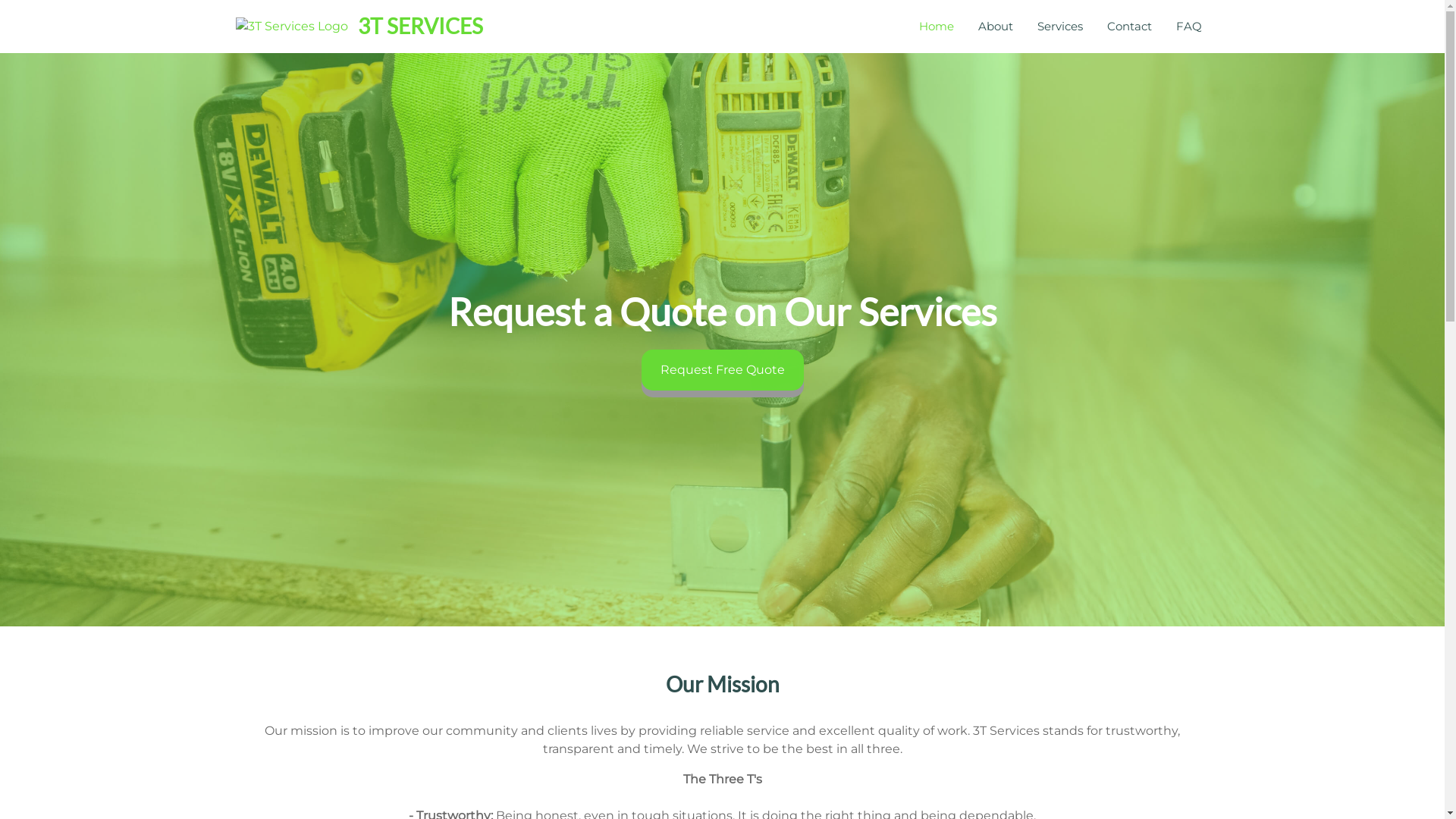 Image resolution: width=1456 pixels, height=819 pixels. What do you see at coordinates (935, 27) in the screenshot?
I see `'Home'` at bounding box center [935, 27].